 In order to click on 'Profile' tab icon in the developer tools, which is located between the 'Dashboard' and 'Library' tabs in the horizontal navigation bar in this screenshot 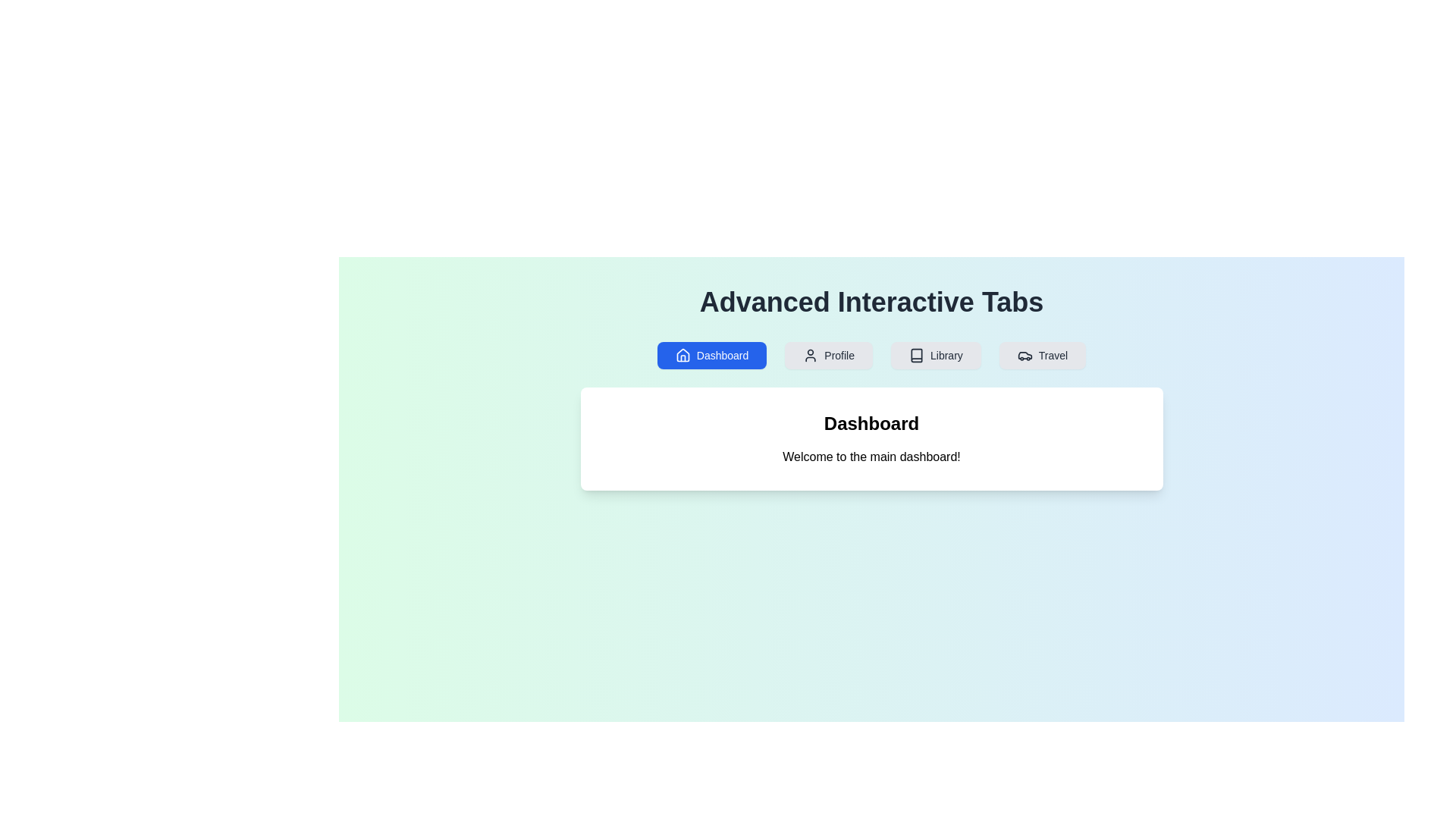, I will do `click(810, 356)`.